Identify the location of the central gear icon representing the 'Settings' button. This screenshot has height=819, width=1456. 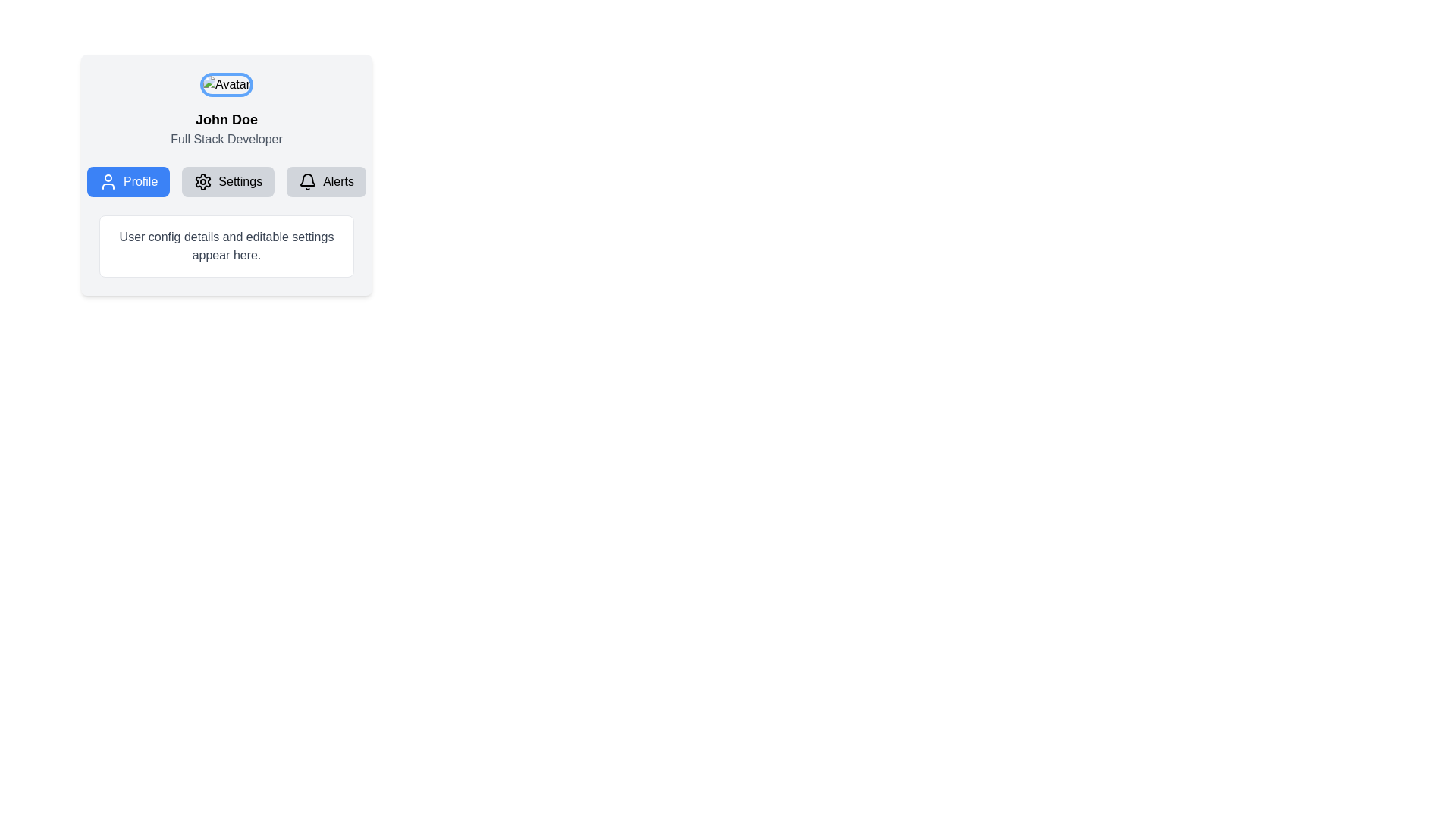
(202, 180).